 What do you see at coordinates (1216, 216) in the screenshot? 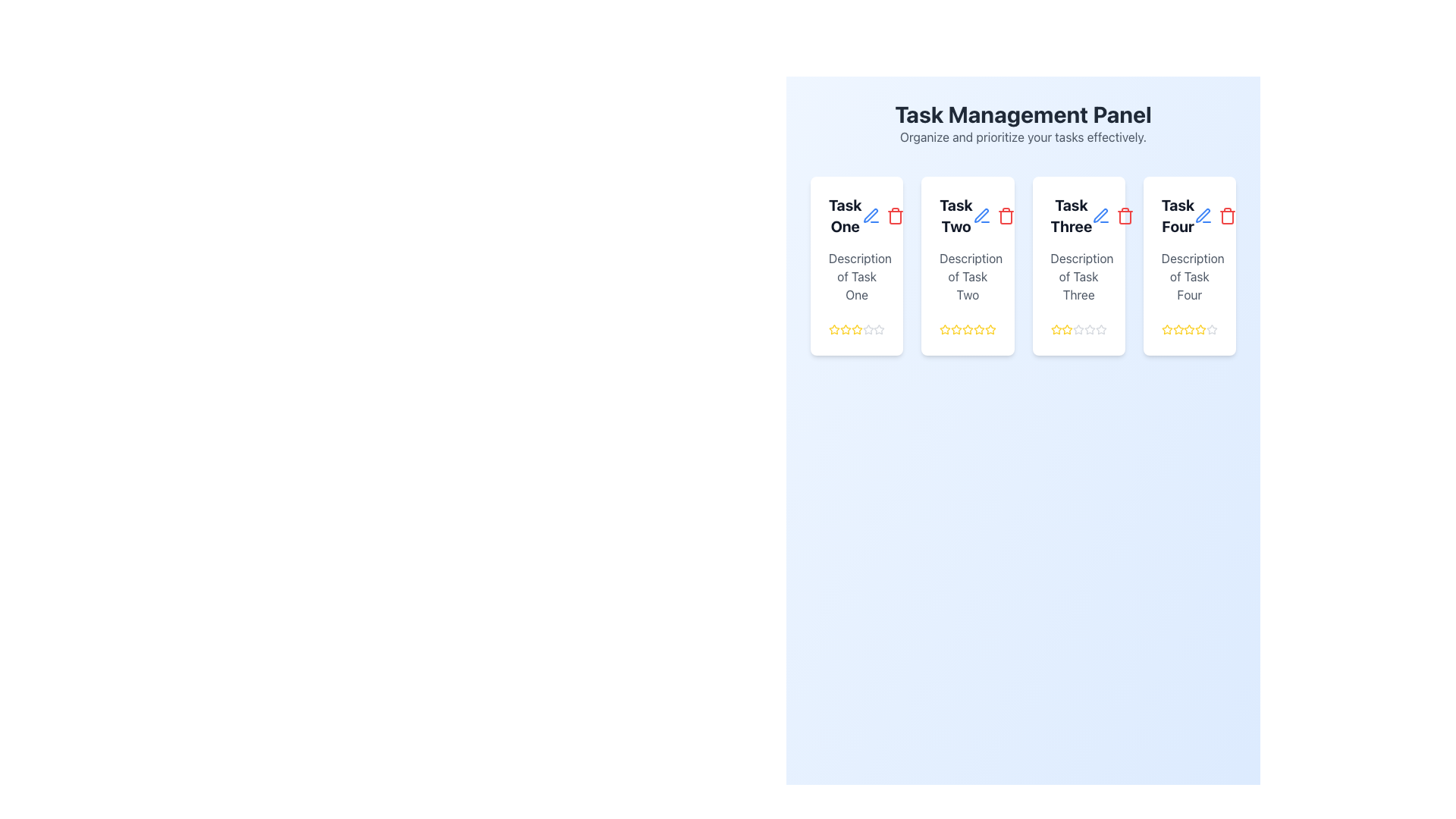
I see `the red trash can icon in the Icon group` at bounding box center [1216, 216].